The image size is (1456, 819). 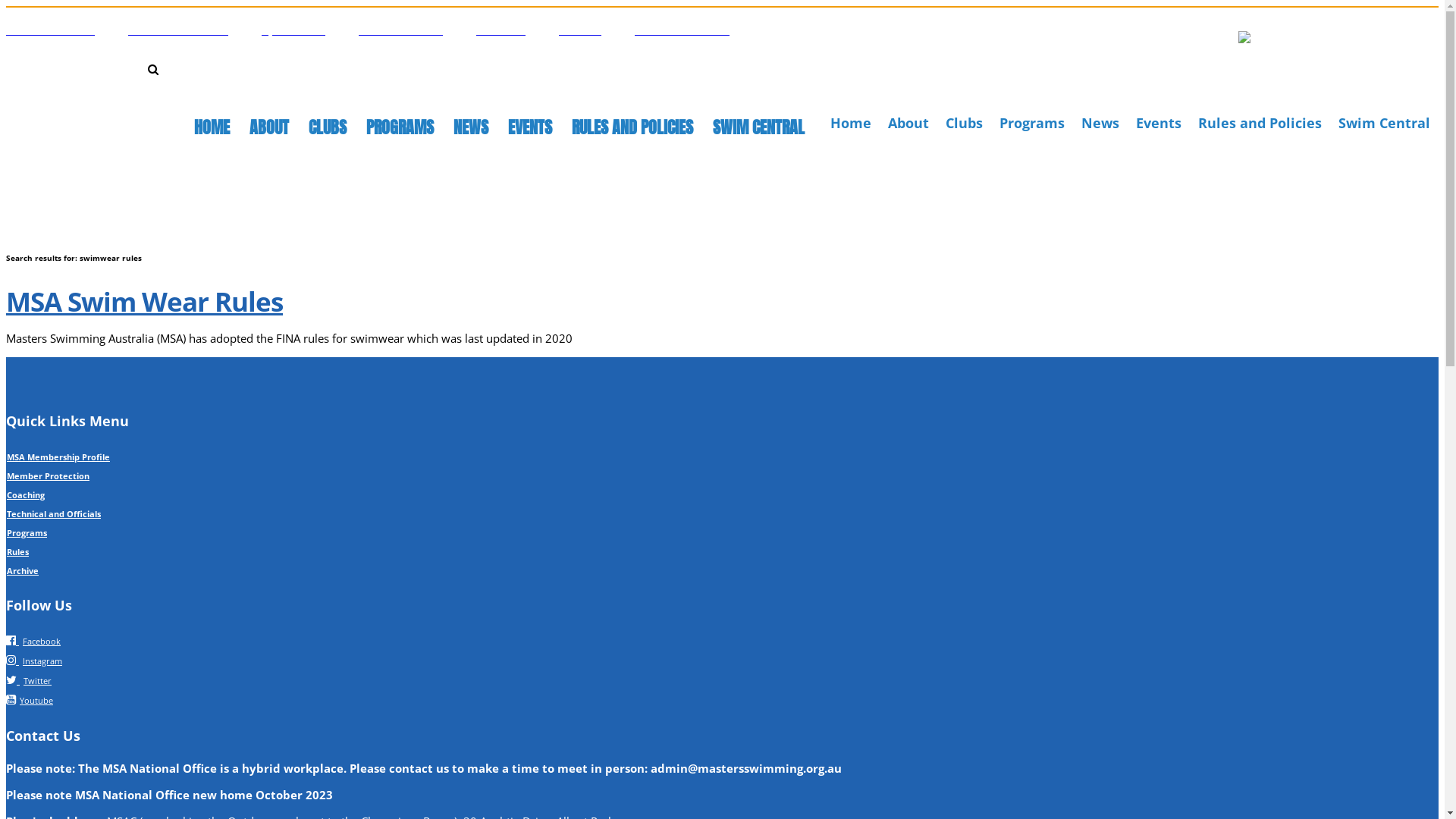 I want to click on 'Coaching', so click(x=25, y=494).